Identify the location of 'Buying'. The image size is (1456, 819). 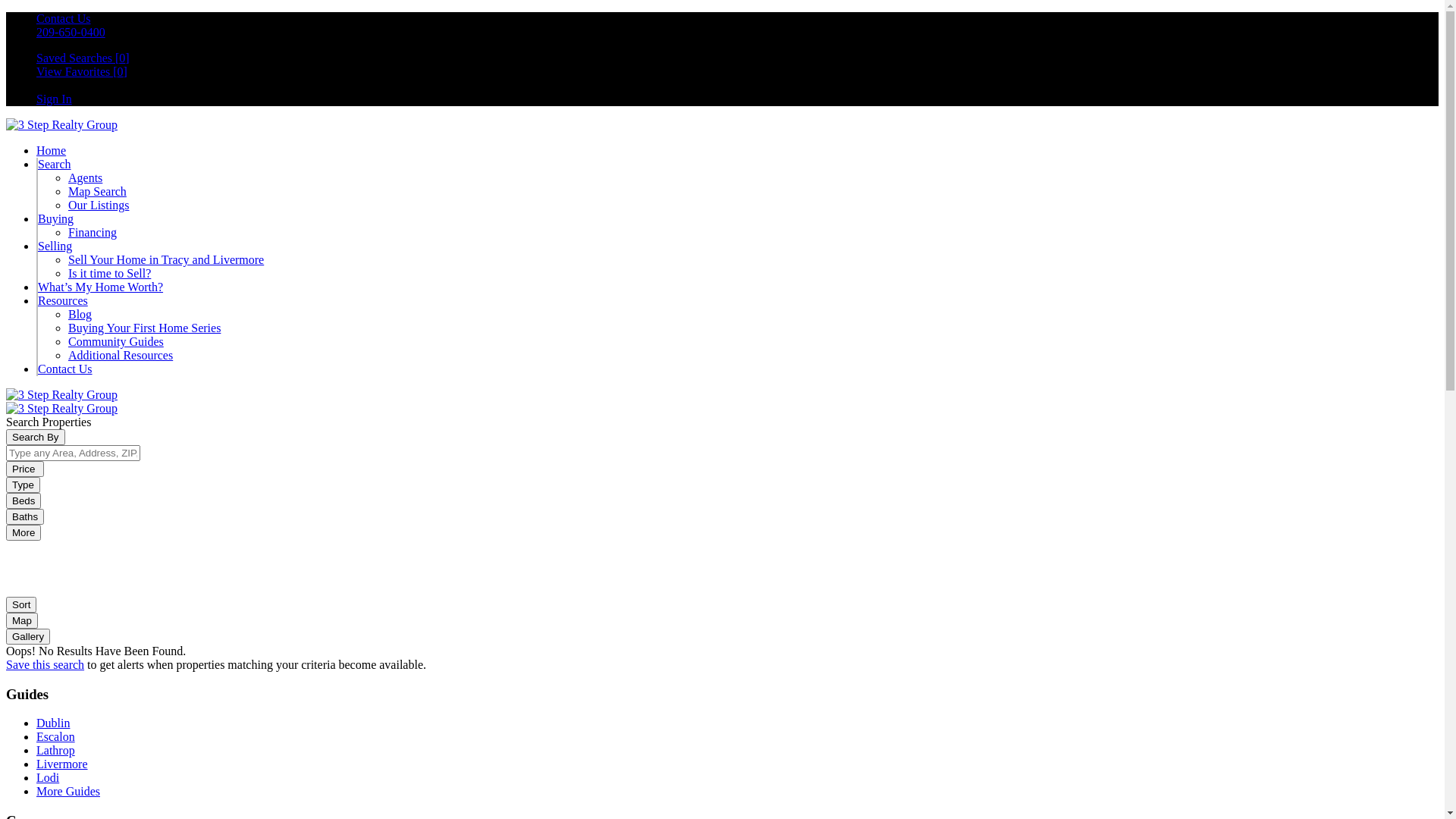
(37, 218).